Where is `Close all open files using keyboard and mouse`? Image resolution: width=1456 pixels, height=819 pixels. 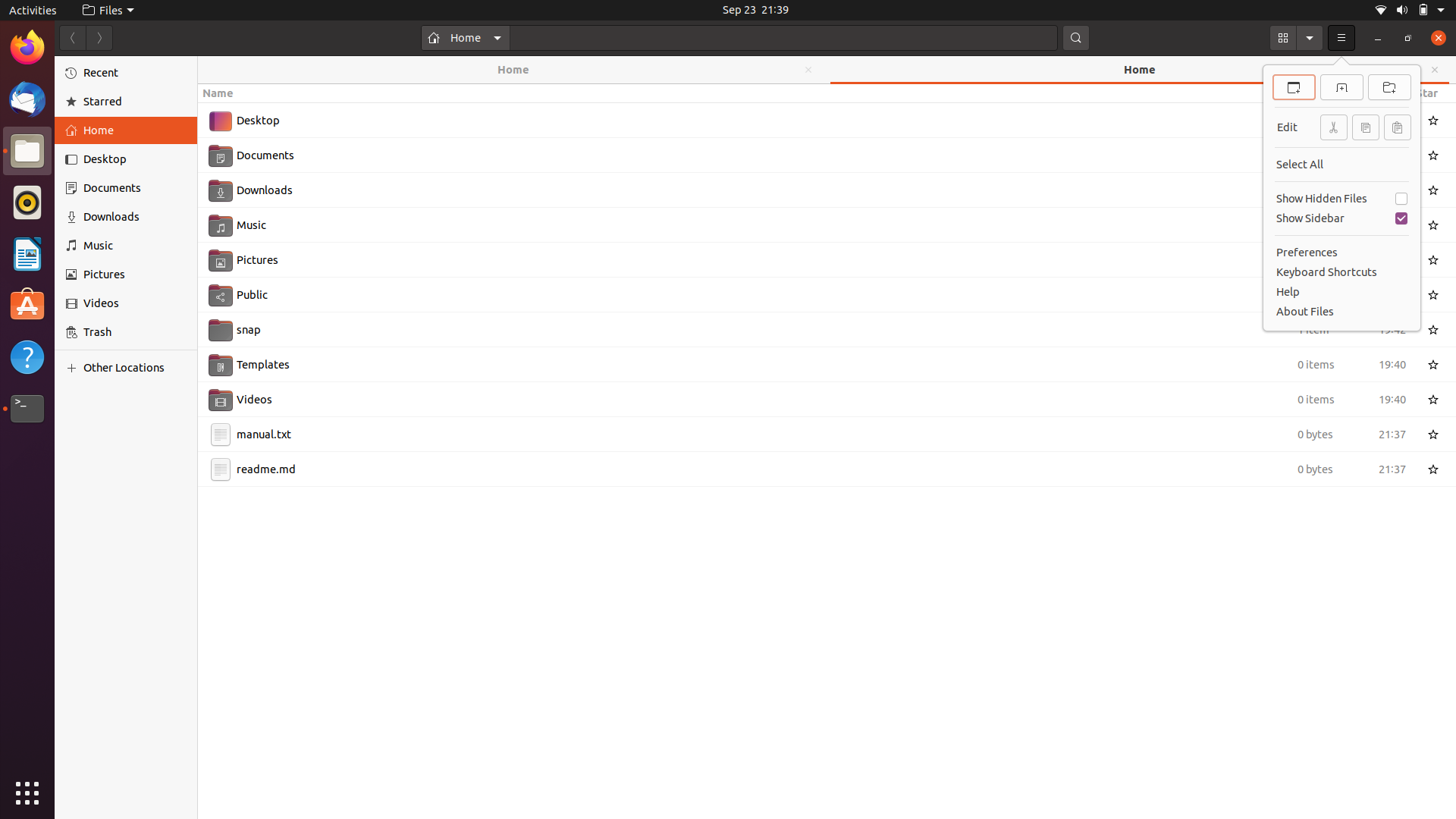 Close all open files using keyboard and mouse is located at coordinates (27, 151).